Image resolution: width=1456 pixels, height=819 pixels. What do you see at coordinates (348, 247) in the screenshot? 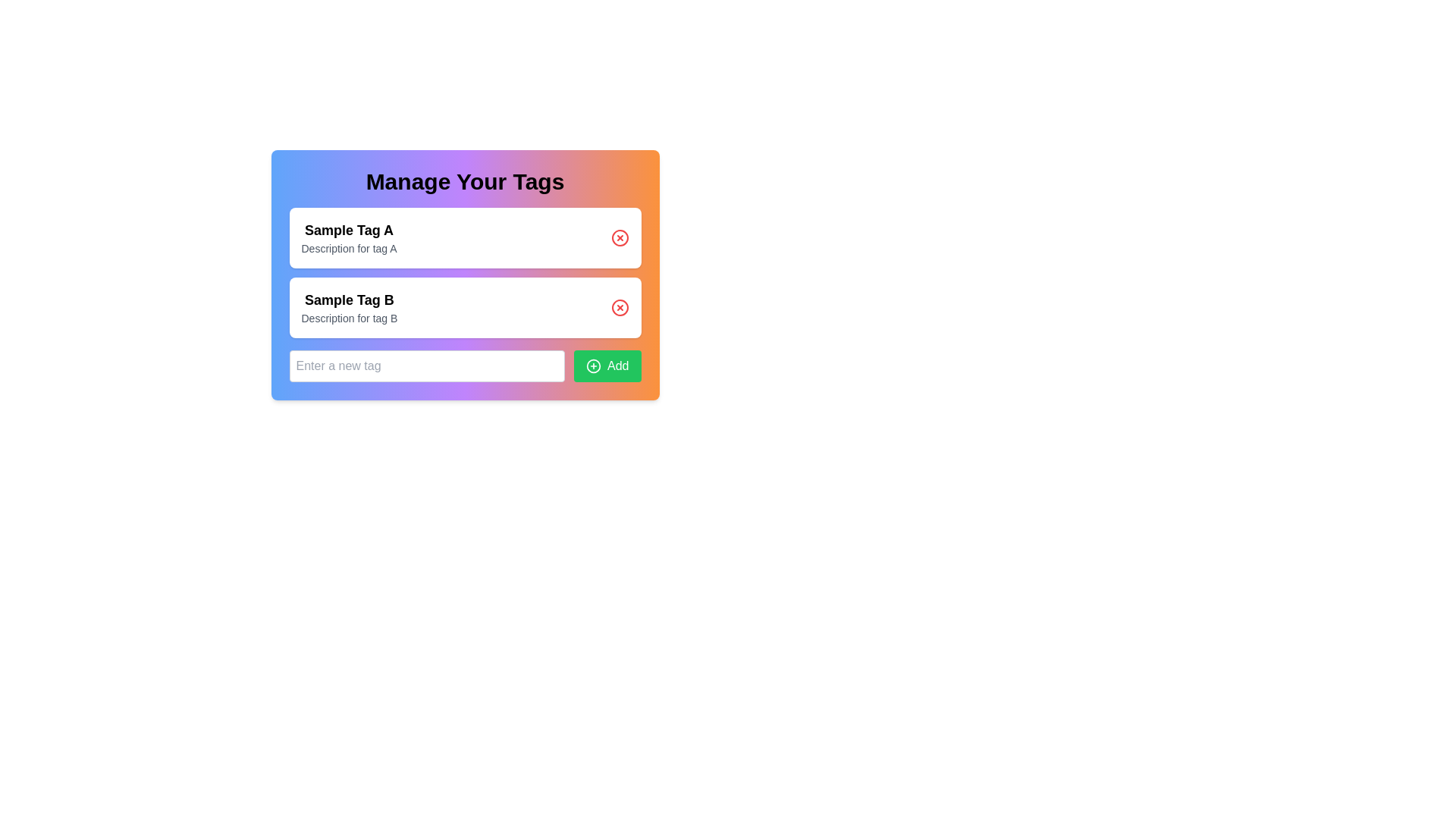
I see `the Text label providing additional information under 'Sample Tag A' in the tag list` at bounding box center [348, 247].